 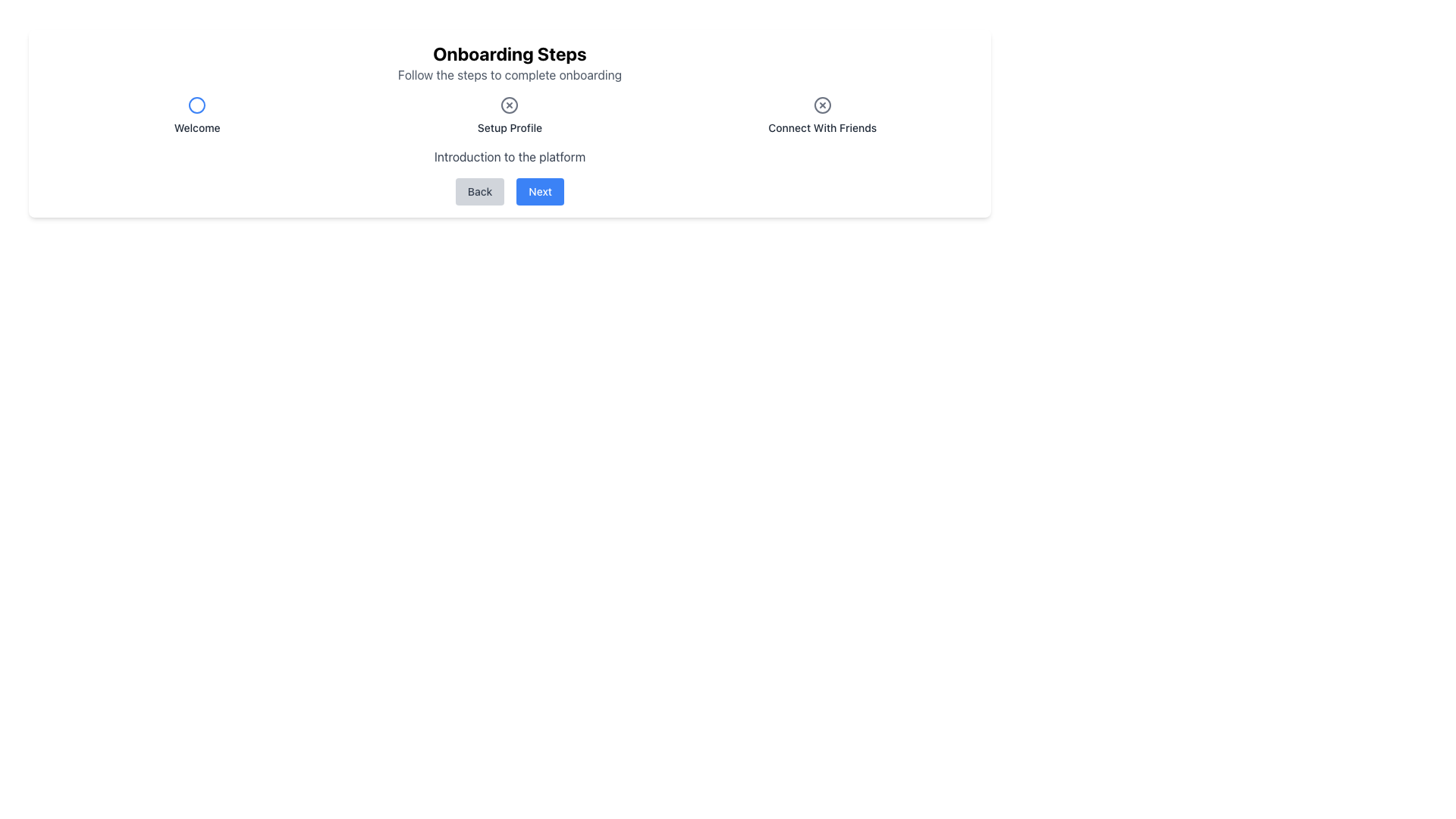 What do you see at coordinates (510, 191) in the screenshot?
I see `the button group containing the 'Back' and 'Next' buttons, specifically to provide visual feedback indicating interactivity` at bounding box center [510, 191].